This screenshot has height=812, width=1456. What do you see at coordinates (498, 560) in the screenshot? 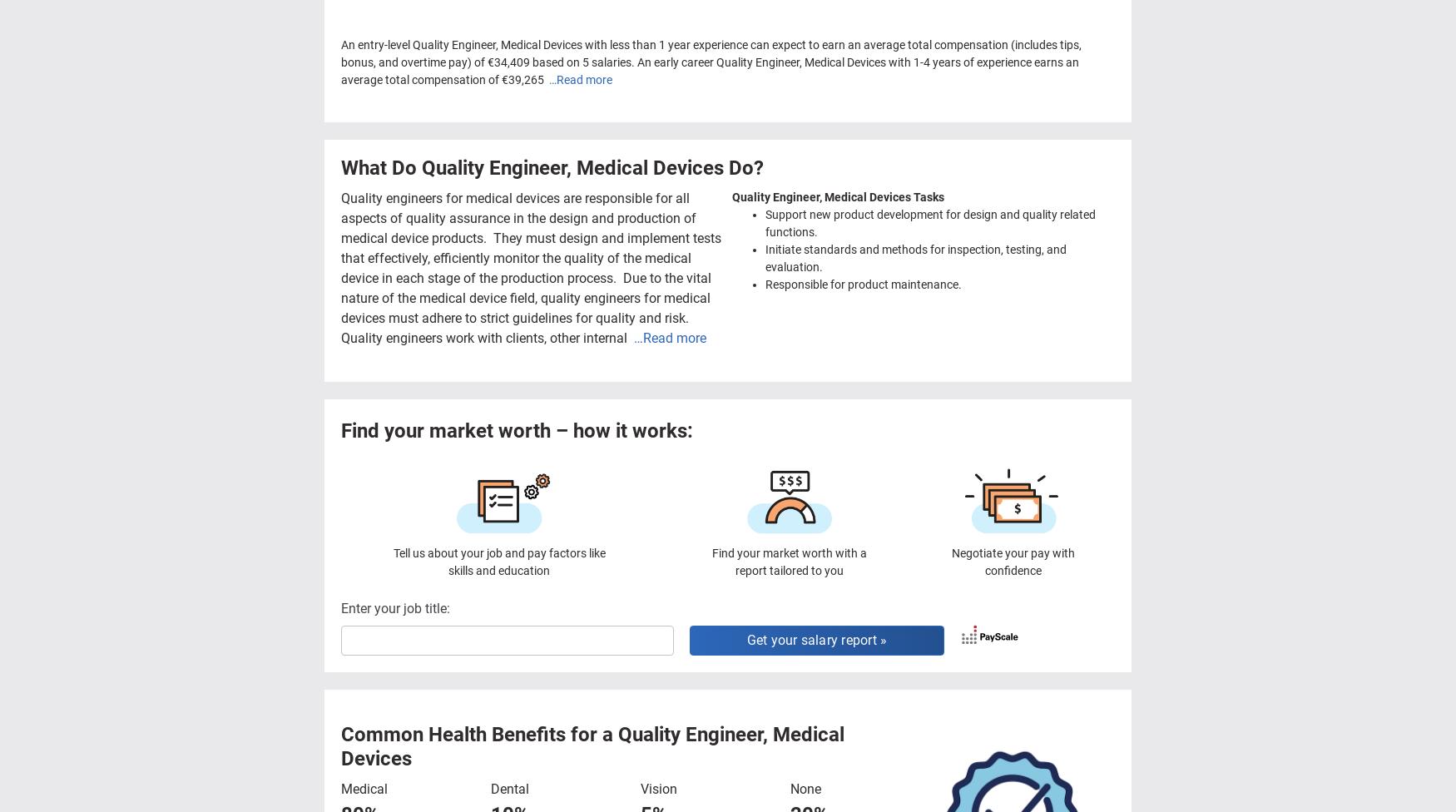
I see `'Tell us about your job and pay factors like skills and education'` at bounding box center [498, 560].